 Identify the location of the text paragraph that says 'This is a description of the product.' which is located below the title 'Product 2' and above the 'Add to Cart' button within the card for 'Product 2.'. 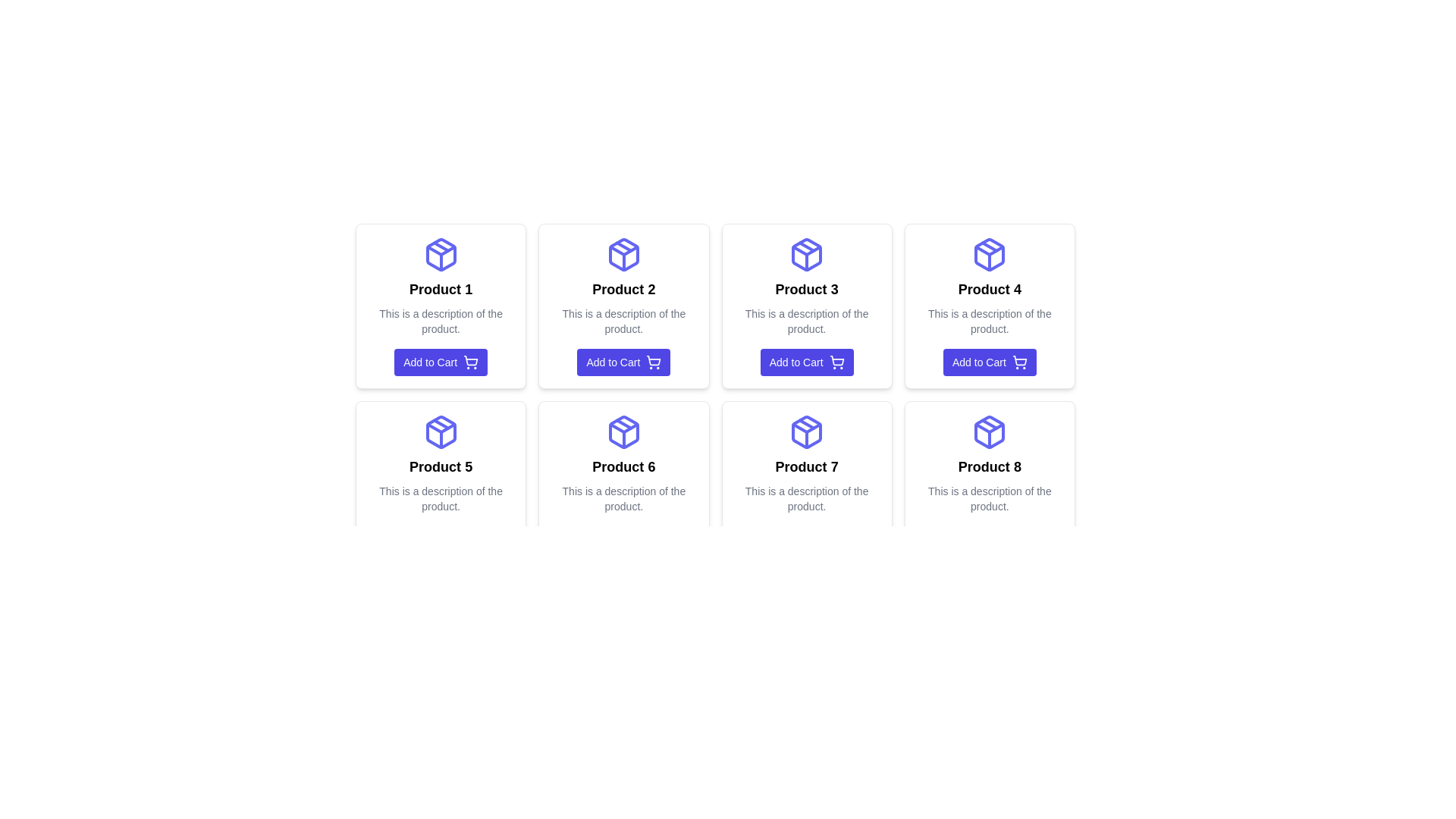
(623, 321).